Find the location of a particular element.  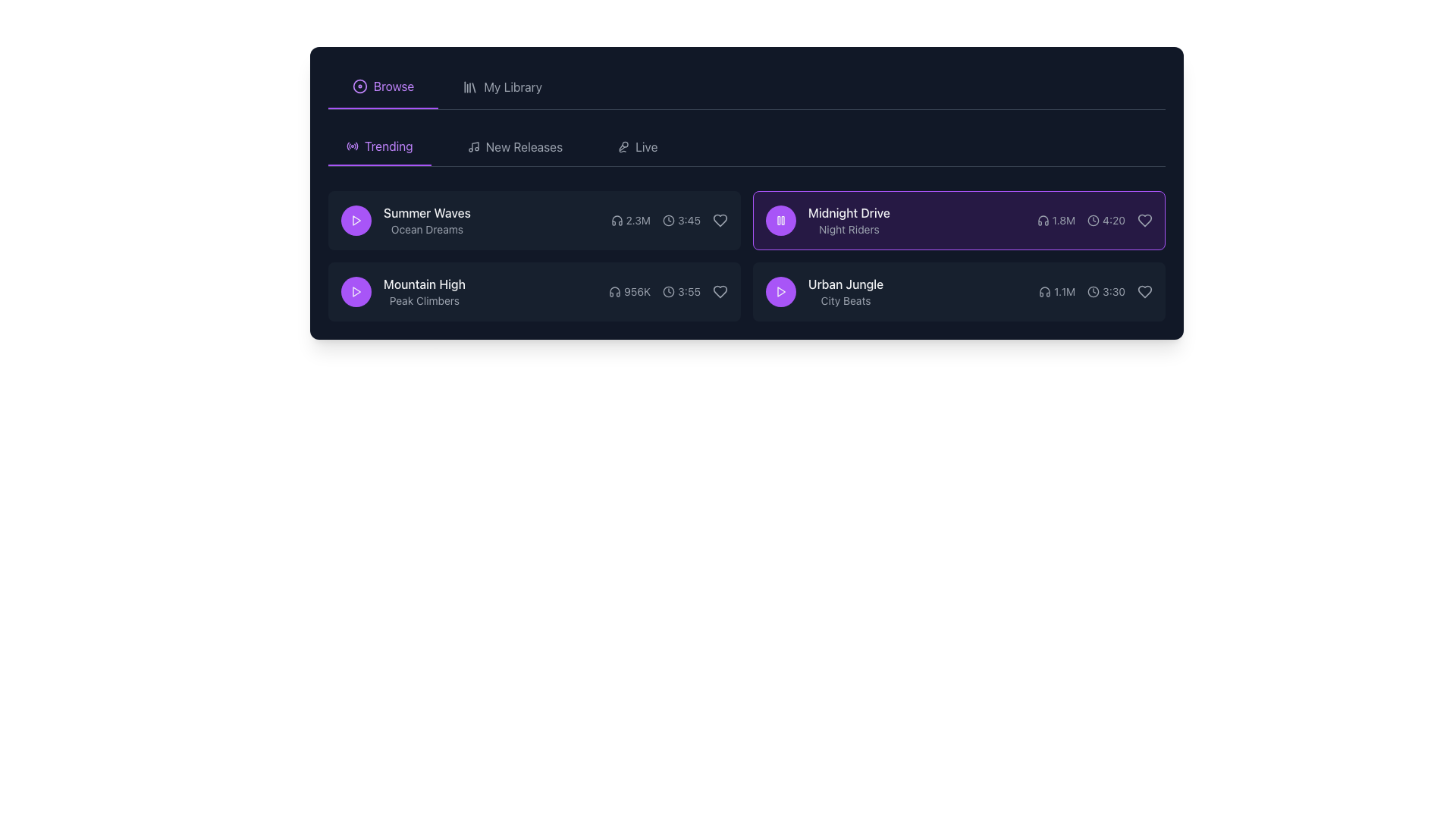

the text element displaying '2.3M' with a headphones icon in the 'Trending' section, associated with the 'Summer Waves' track is located at coordinates (630, 220).